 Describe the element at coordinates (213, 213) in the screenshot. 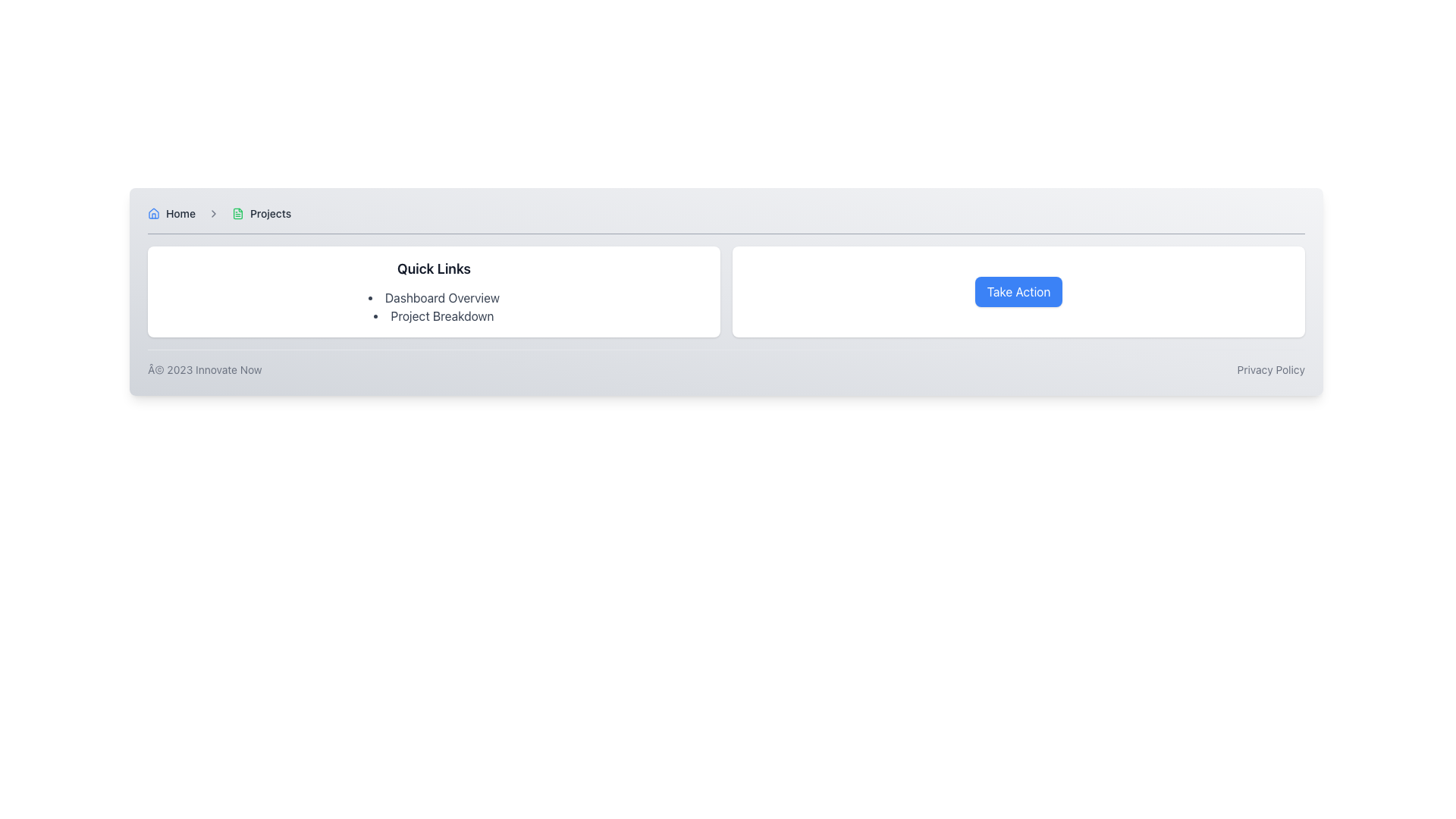

I see `the small, rightward-pointing chevron icon styled in gray, located in the navigation bar between the 'Home' and 'Projects' text elements` at that location.